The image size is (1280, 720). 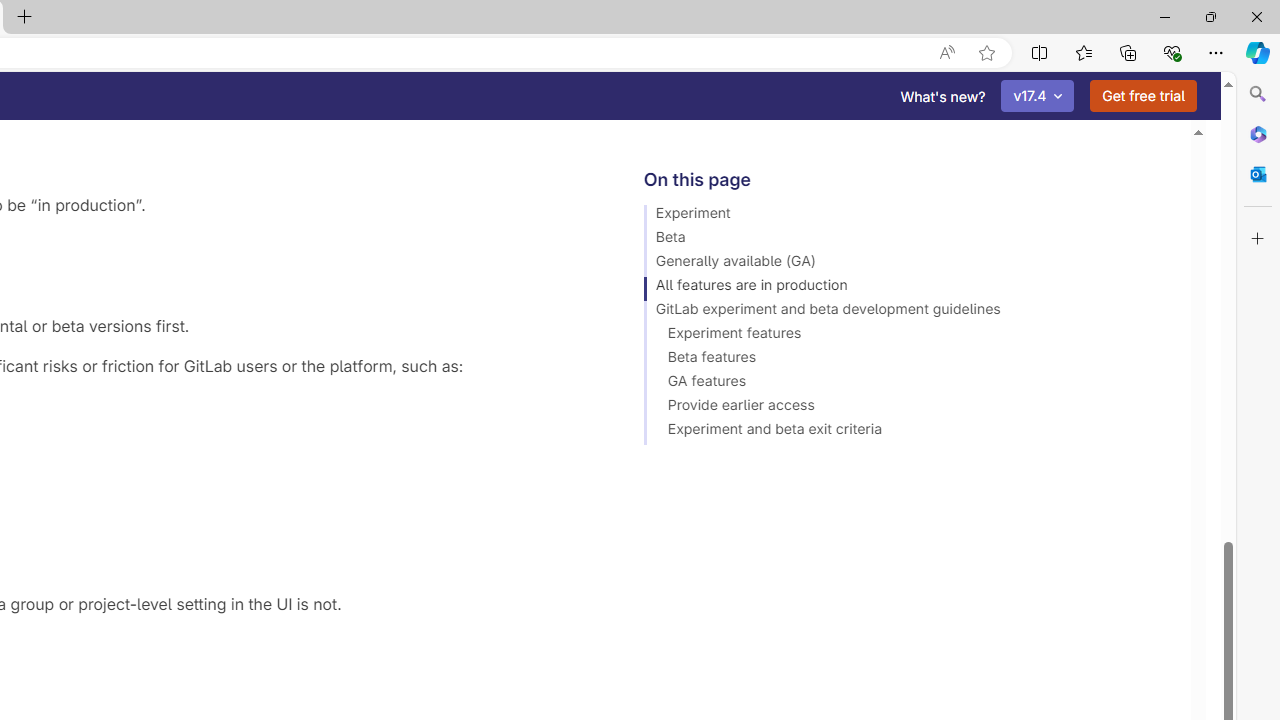 What do you see at coordinates (1038, 96) in the screenshot?
I see `'v17.4'` at bounding box center [1038, 96].